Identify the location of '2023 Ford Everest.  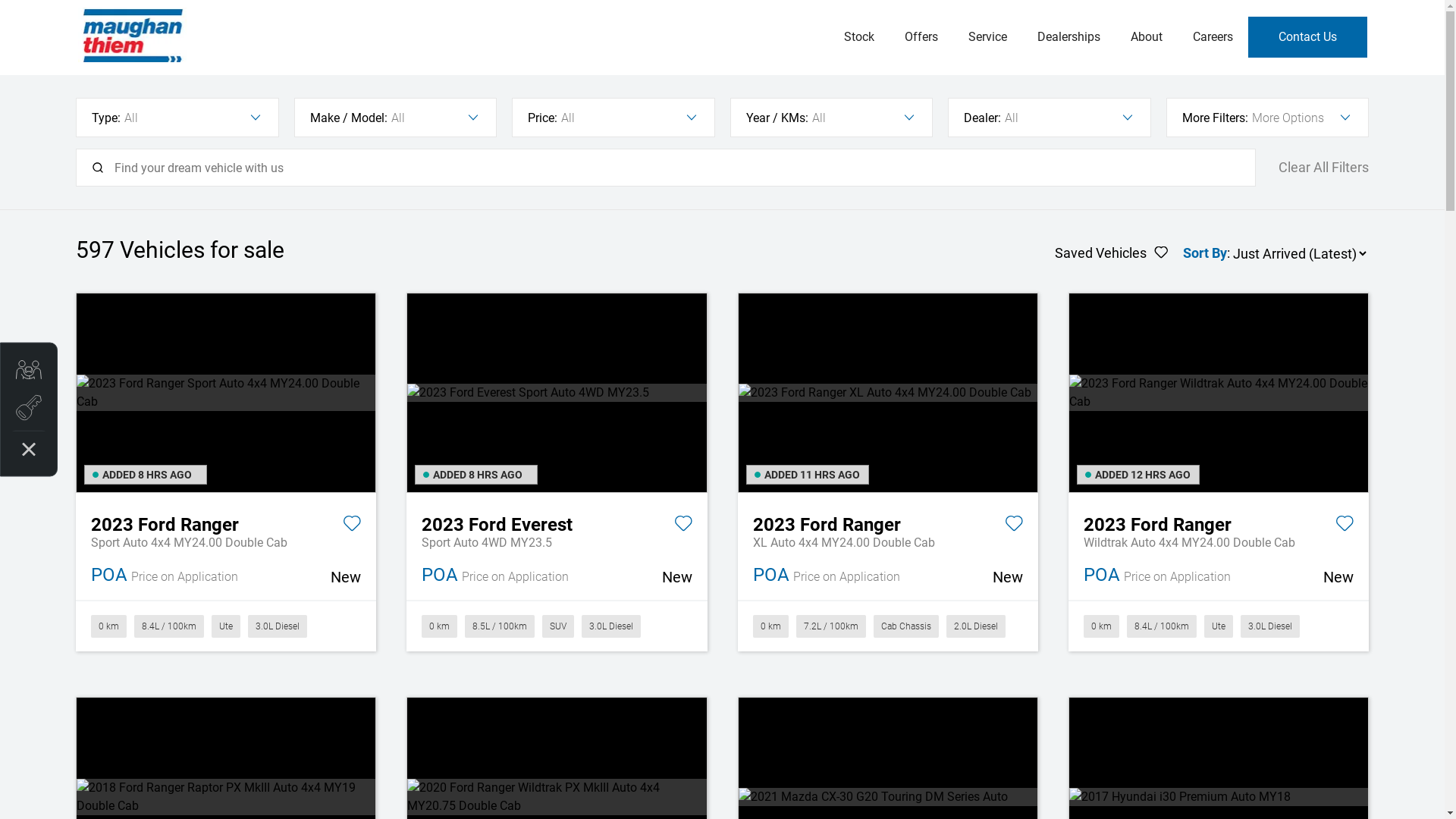
(556, 522).